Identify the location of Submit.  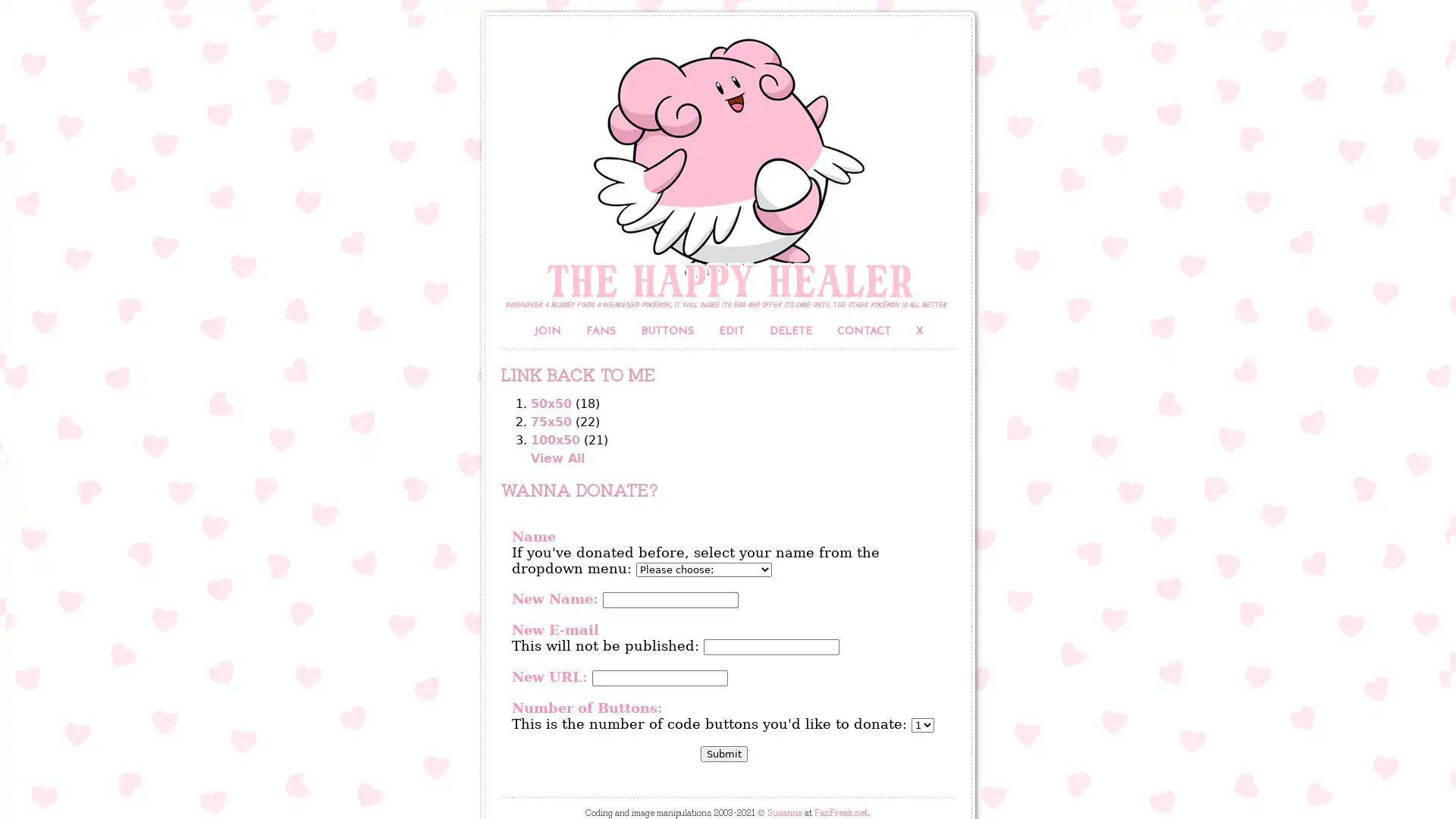
(723, 754).